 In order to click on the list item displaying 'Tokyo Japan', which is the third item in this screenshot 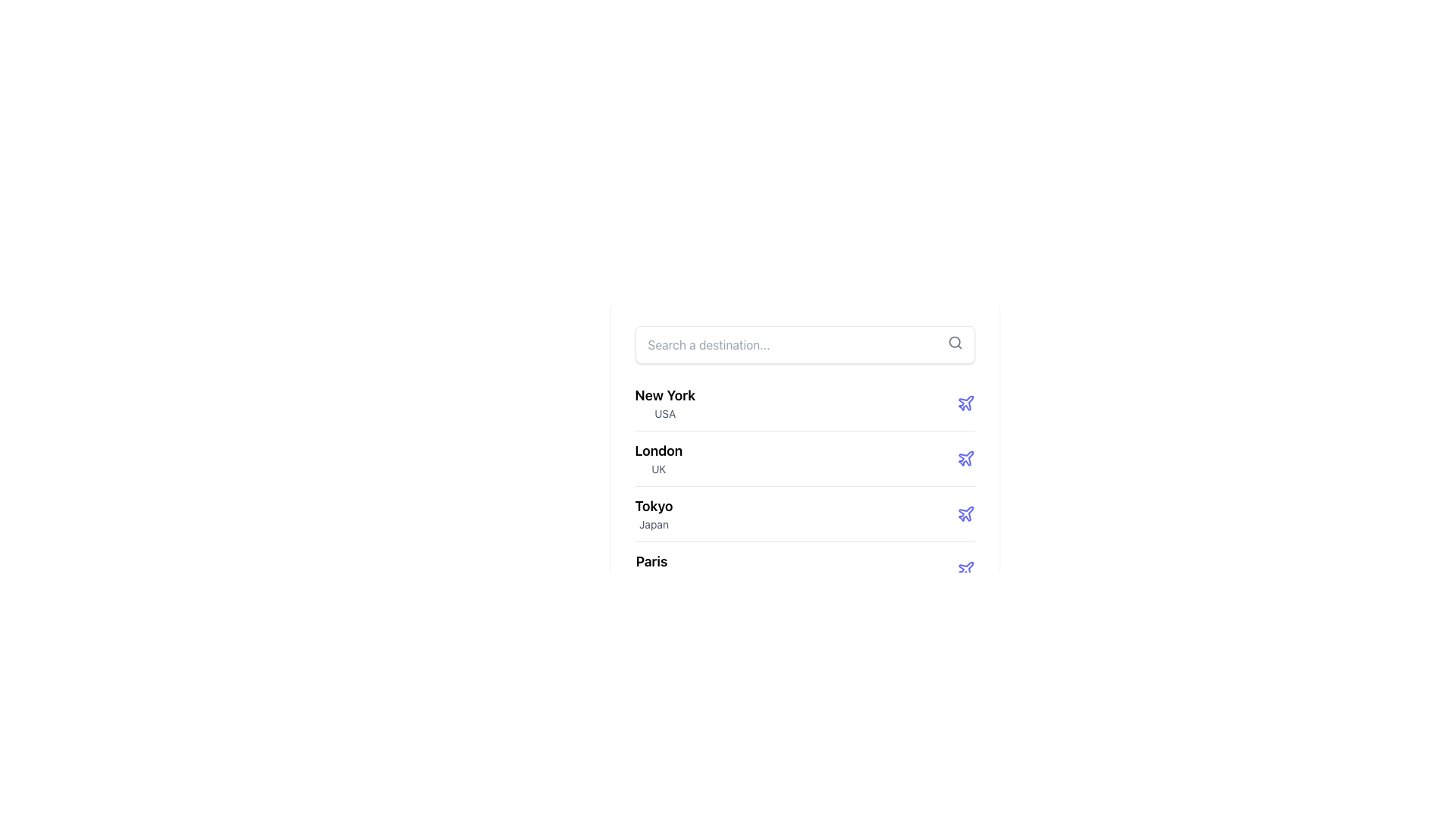, I will do `click(804, 488)`.